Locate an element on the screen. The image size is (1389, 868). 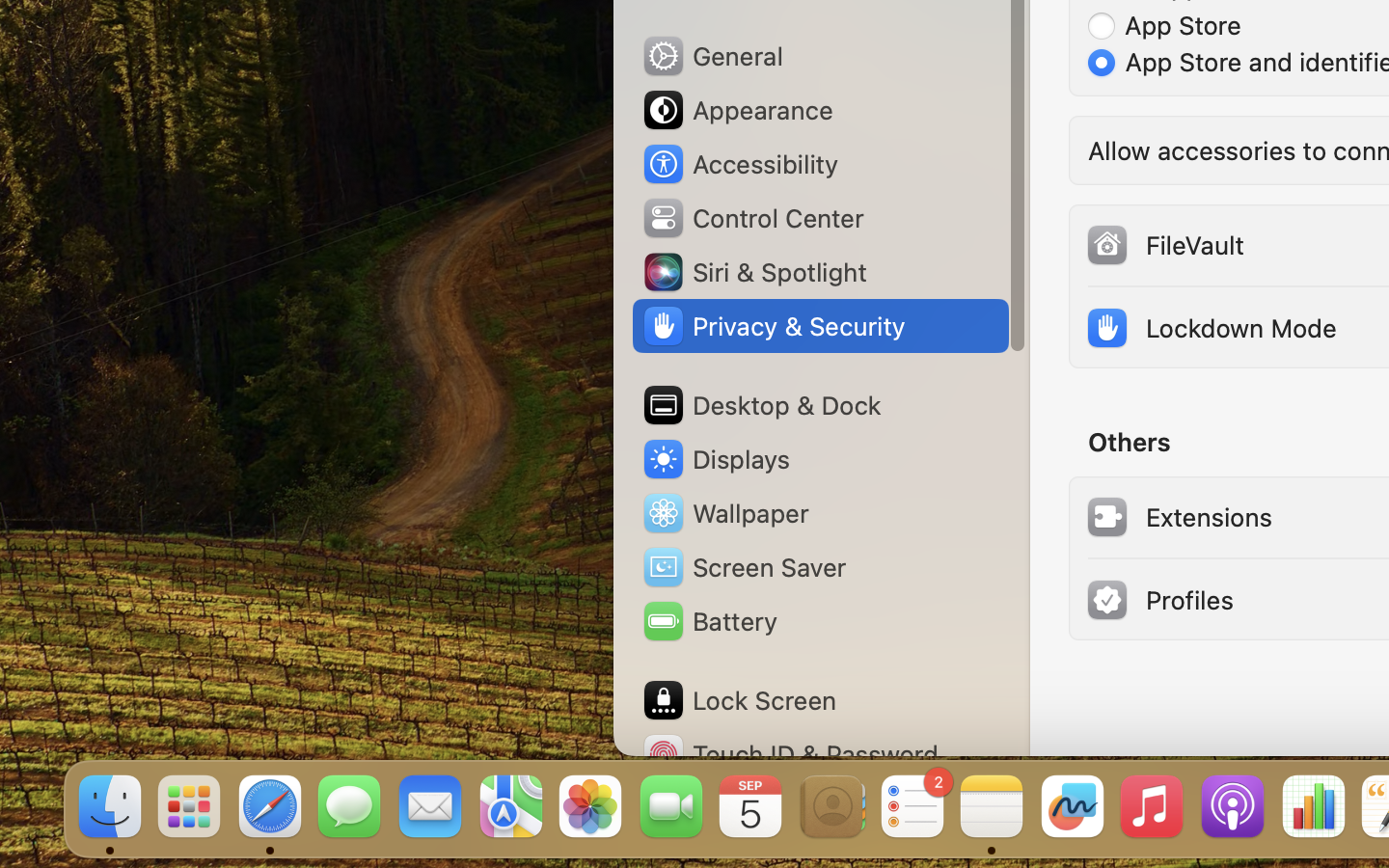
'Privacy & Security' is located at coordinates (773, 326).